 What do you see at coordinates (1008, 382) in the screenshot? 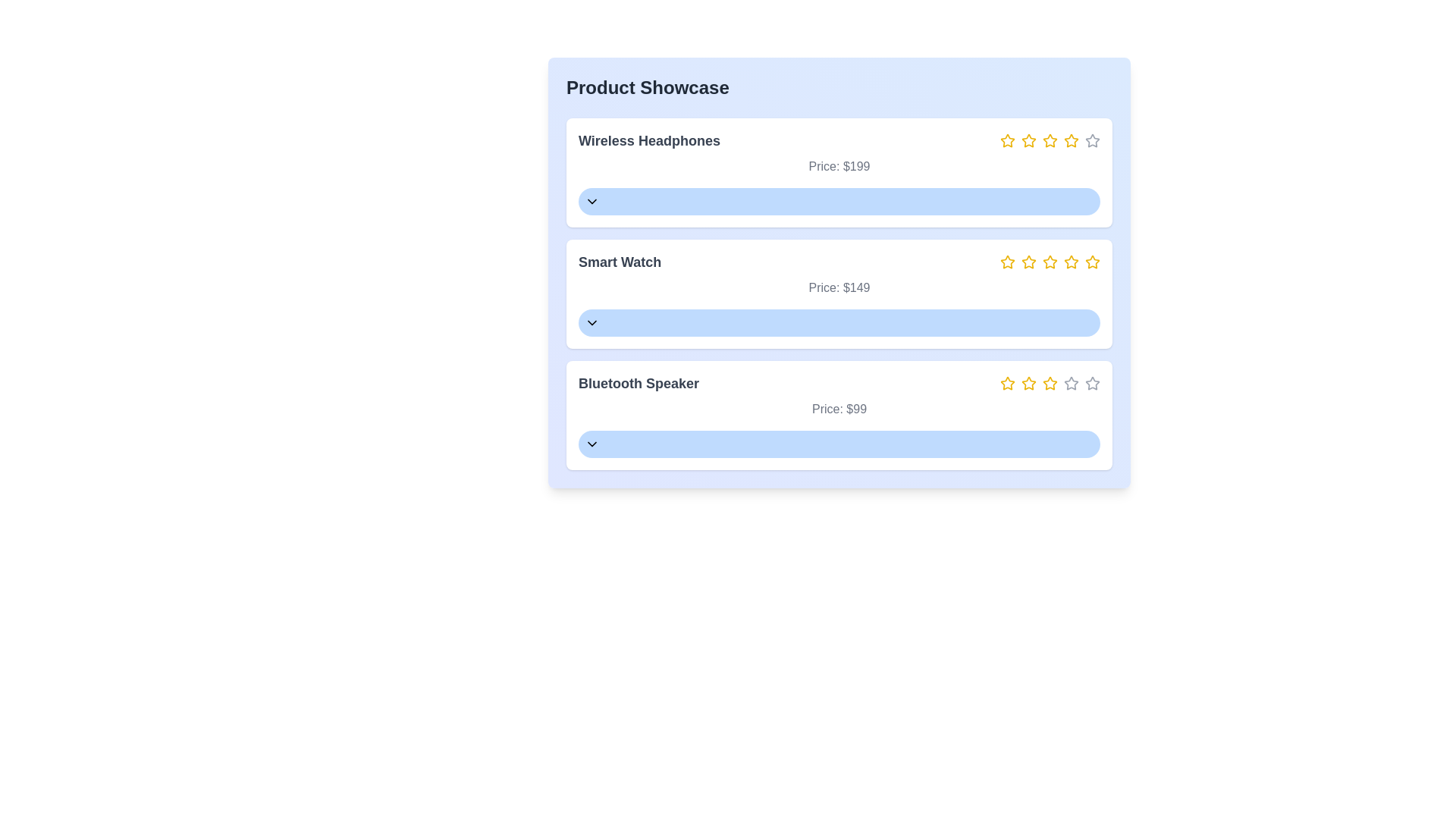
I see `the second star icon in the rating system for the 'Bluetooth Speaker' product` at bounding box center [1008, 382].